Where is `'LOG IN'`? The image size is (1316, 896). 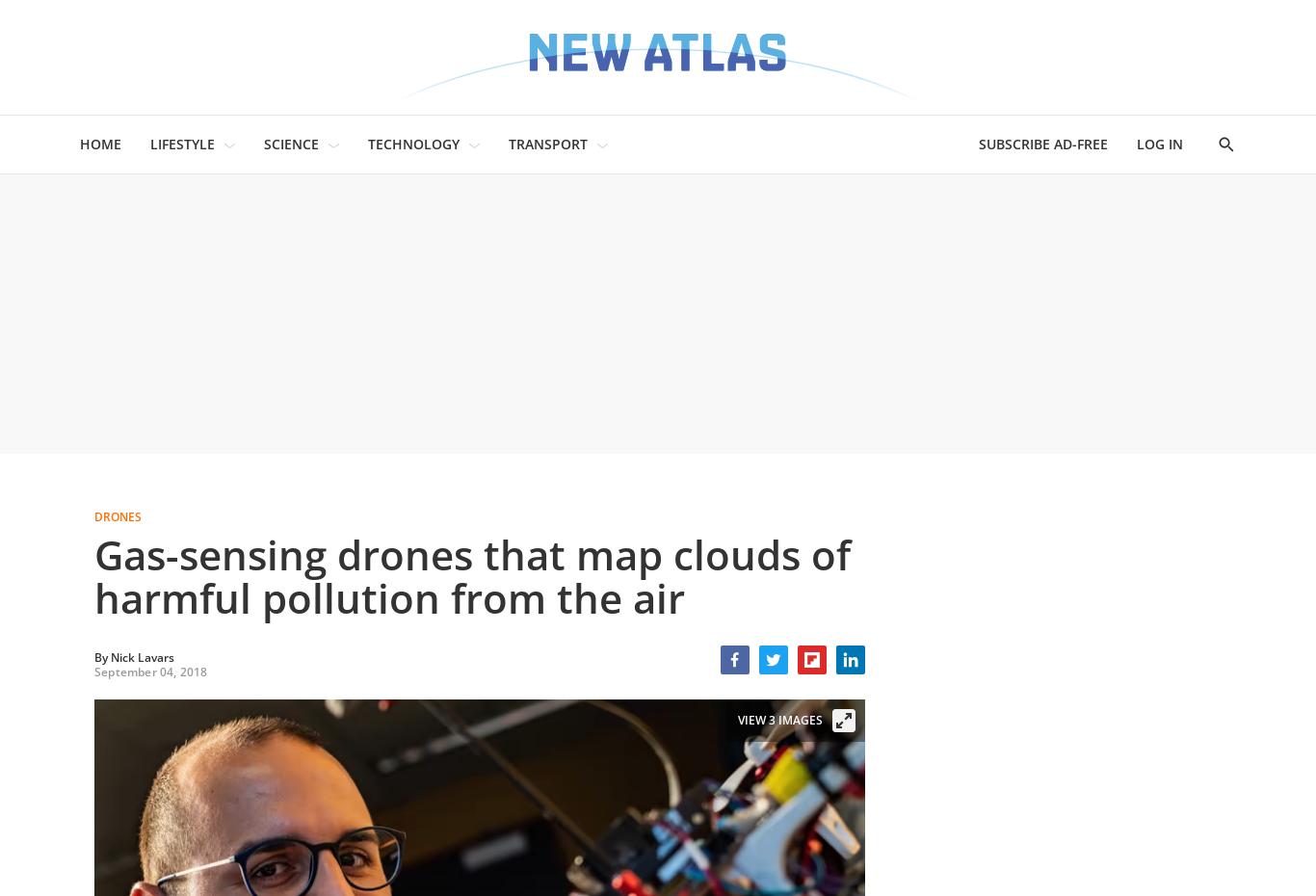
'LOG IN' is located at coordinates (1159, 144).